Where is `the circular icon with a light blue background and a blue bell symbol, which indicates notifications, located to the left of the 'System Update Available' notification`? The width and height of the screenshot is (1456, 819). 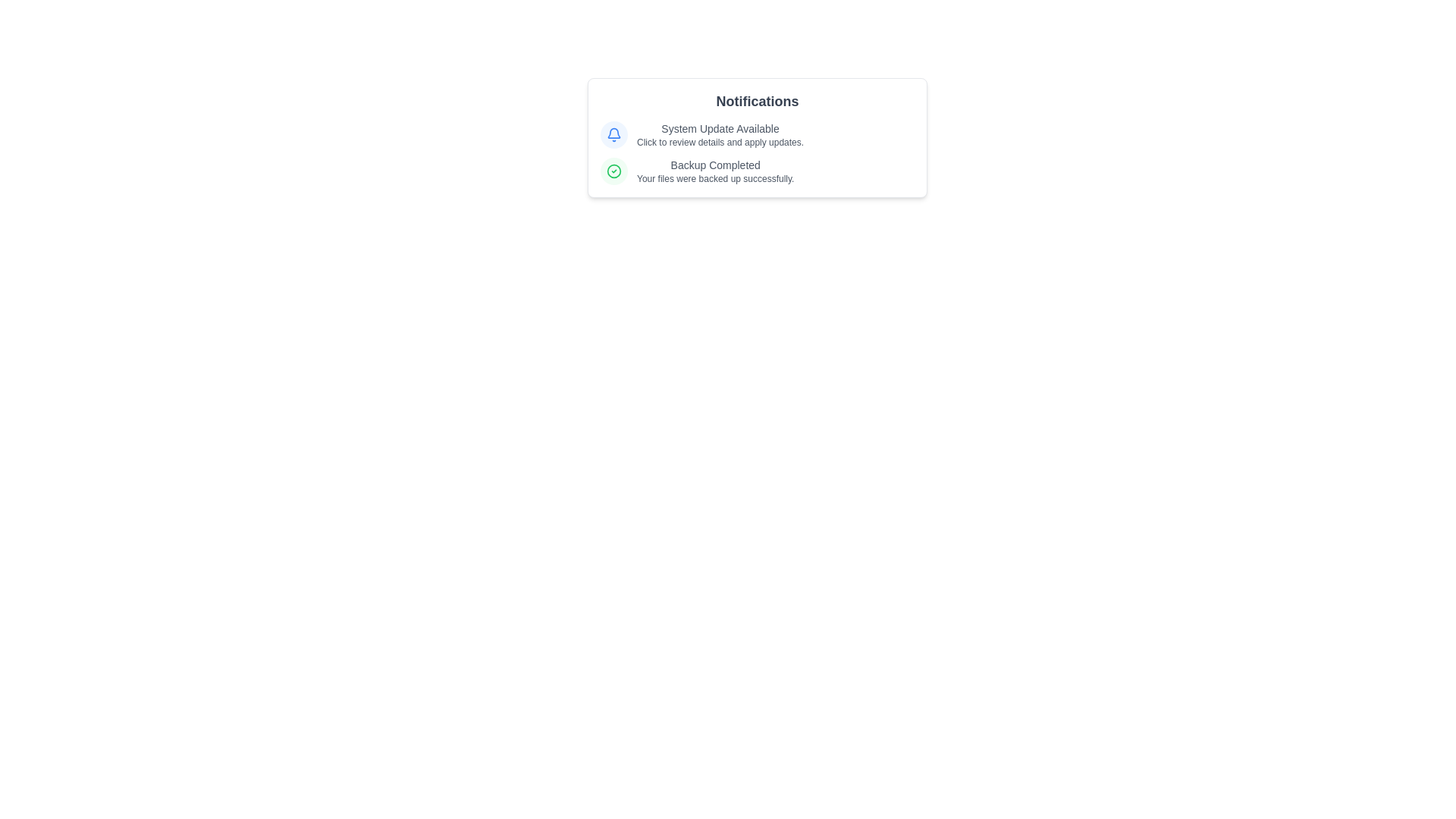 the circular icon with a light blue background and a blue bell symbol, which indicates notifications, located to the left of the 'System Update Available' notification is located at coordinates (614, 133).